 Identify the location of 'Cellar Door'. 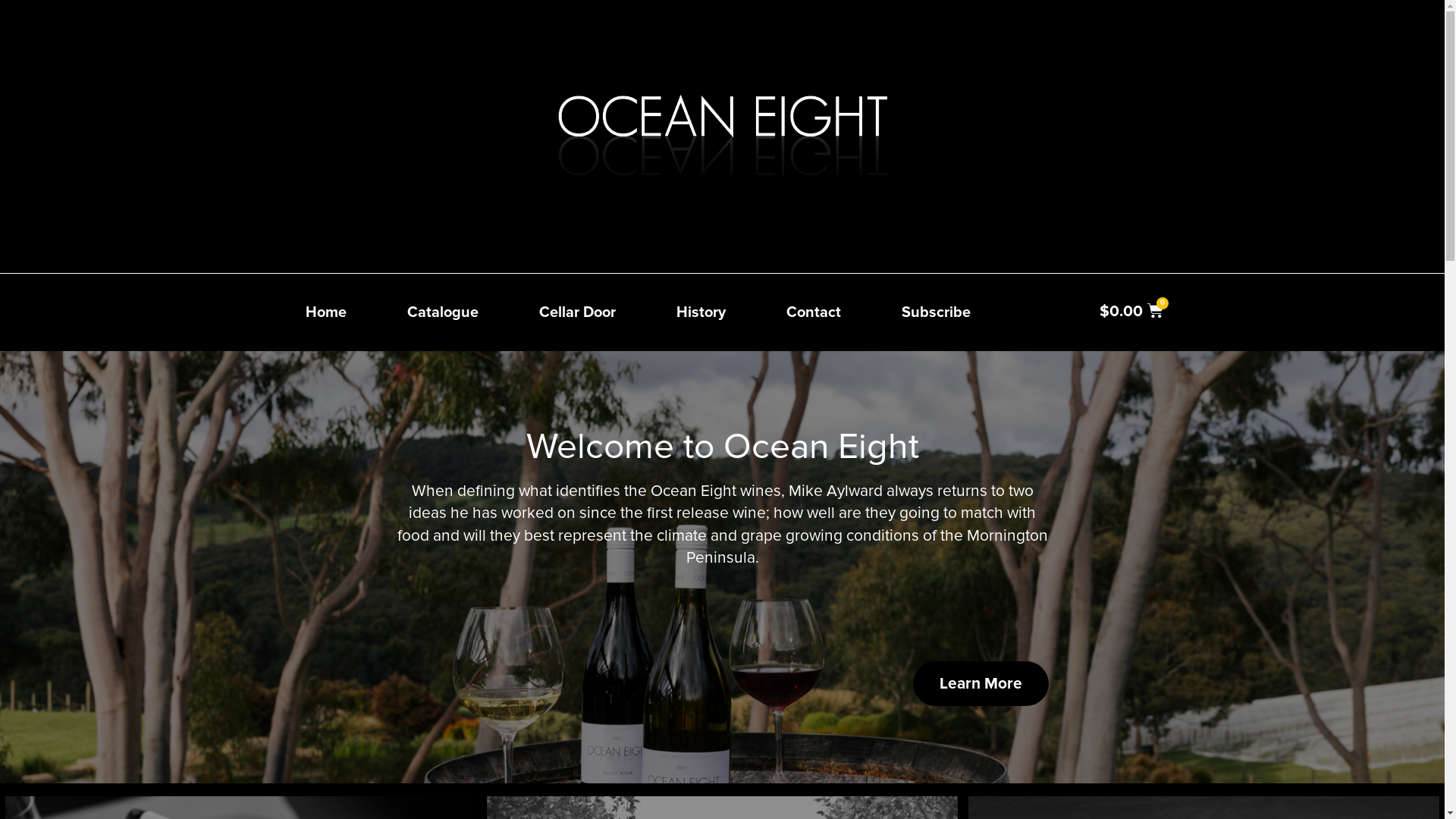
(576, 312).